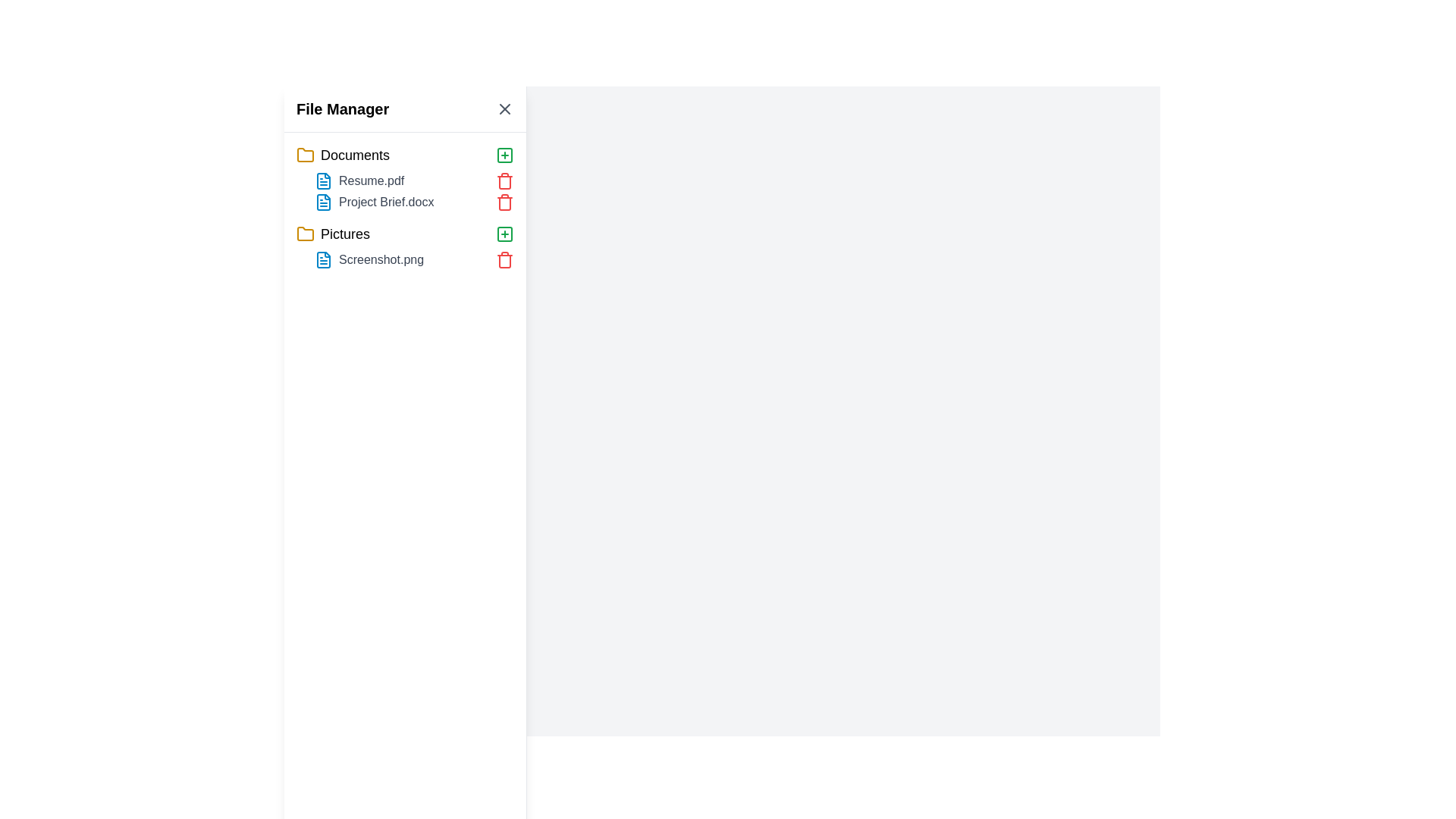  What do you see at coordinates (505, 180) in the screenshot?
I see `the red trash bin icon button located to the right of the text 'Resume.pdf', which is used` at bounding box center [505, 180].